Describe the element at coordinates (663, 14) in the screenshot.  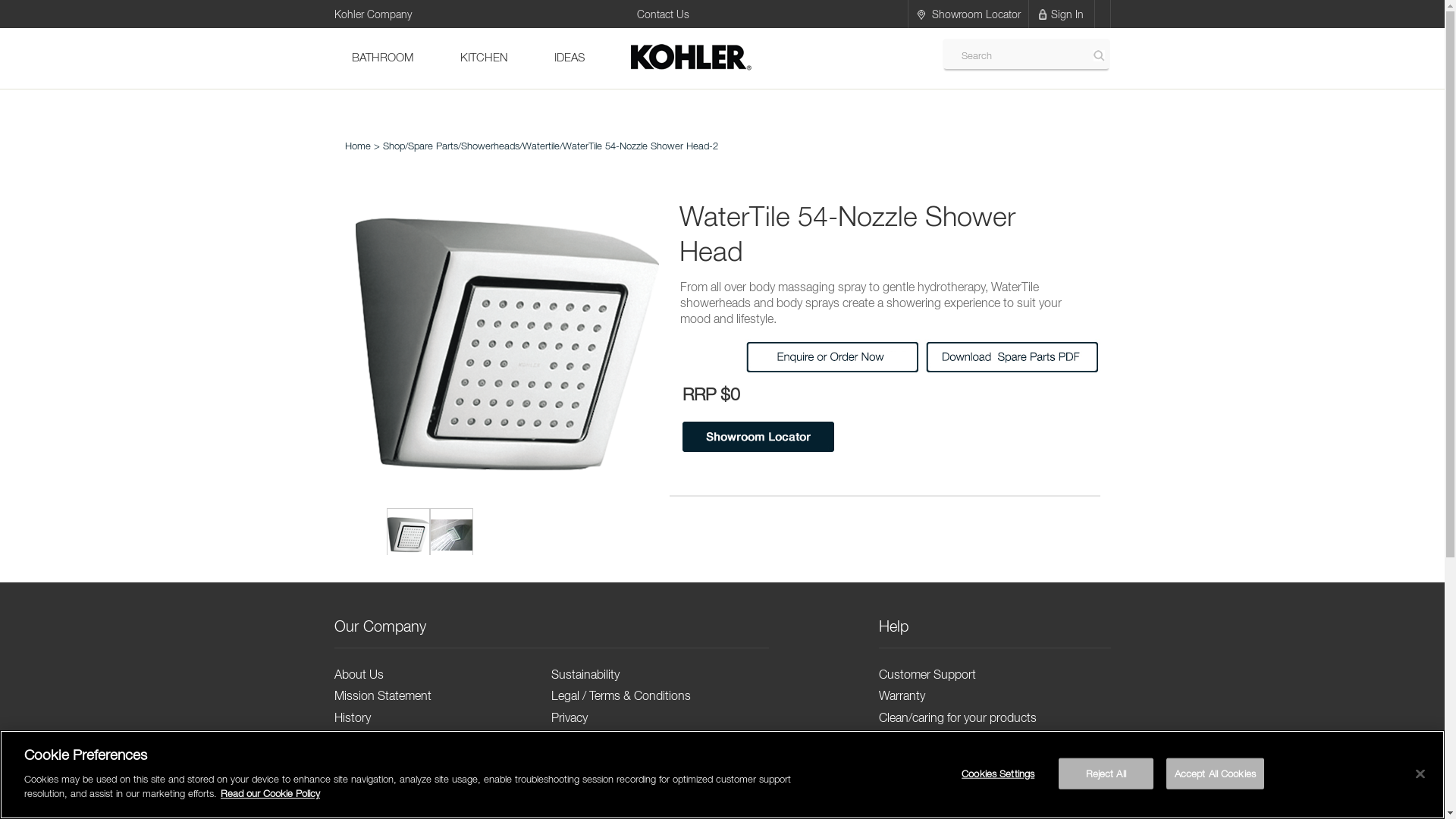
I see `'Contact Us'` at that location.